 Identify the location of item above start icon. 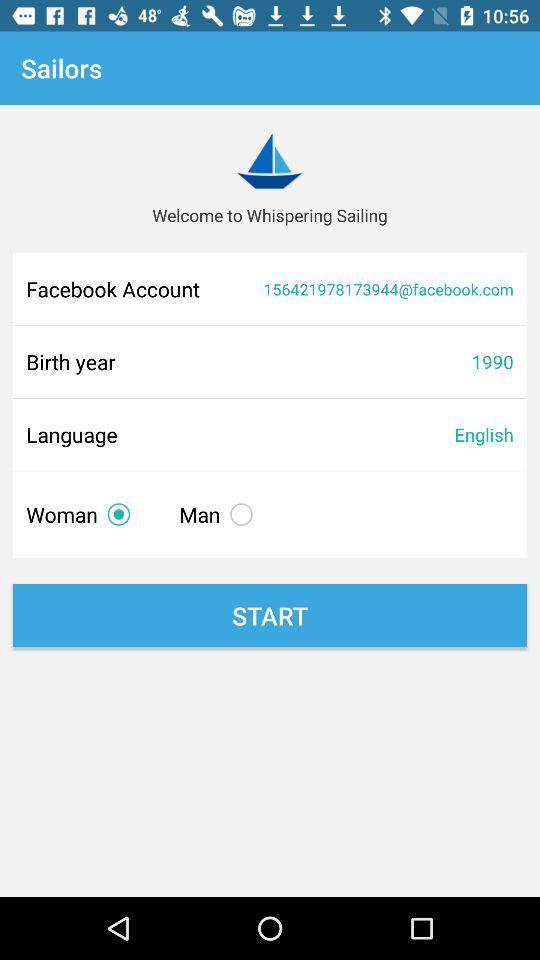
(82, 513).